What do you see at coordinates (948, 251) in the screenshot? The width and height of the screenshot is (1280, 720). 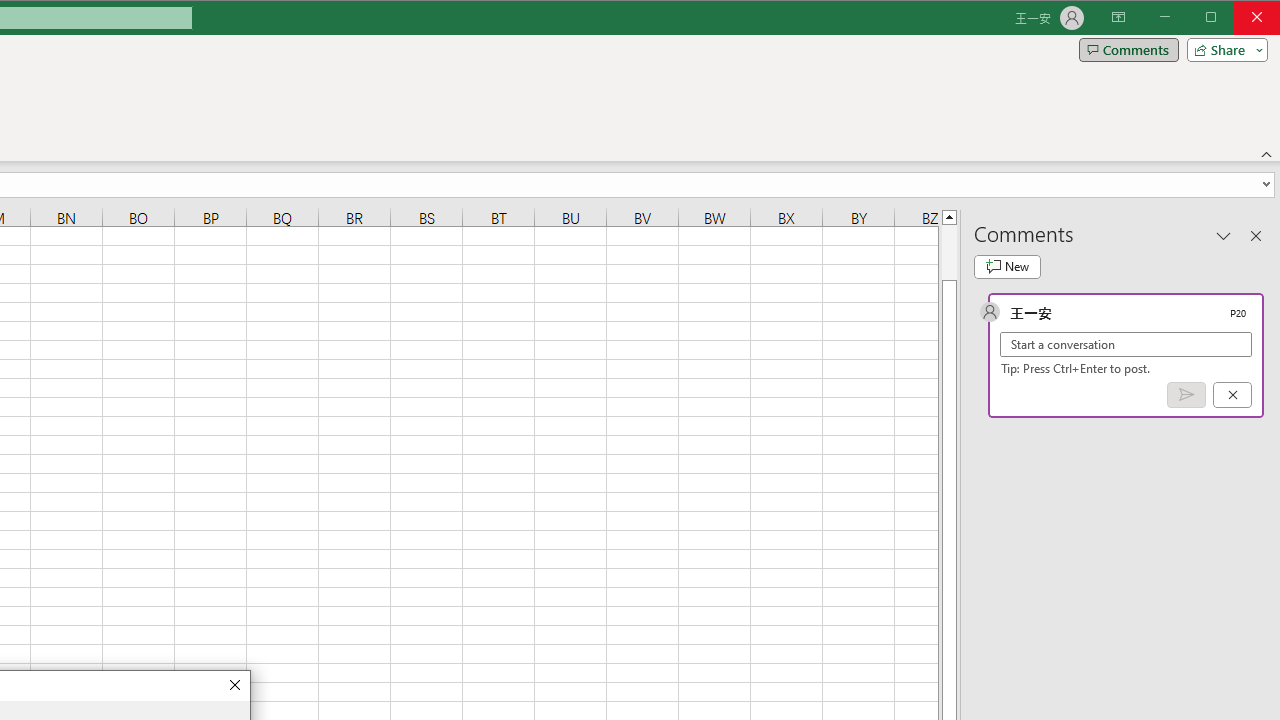 I see `'Page up'` at bounding box center [948, 251].